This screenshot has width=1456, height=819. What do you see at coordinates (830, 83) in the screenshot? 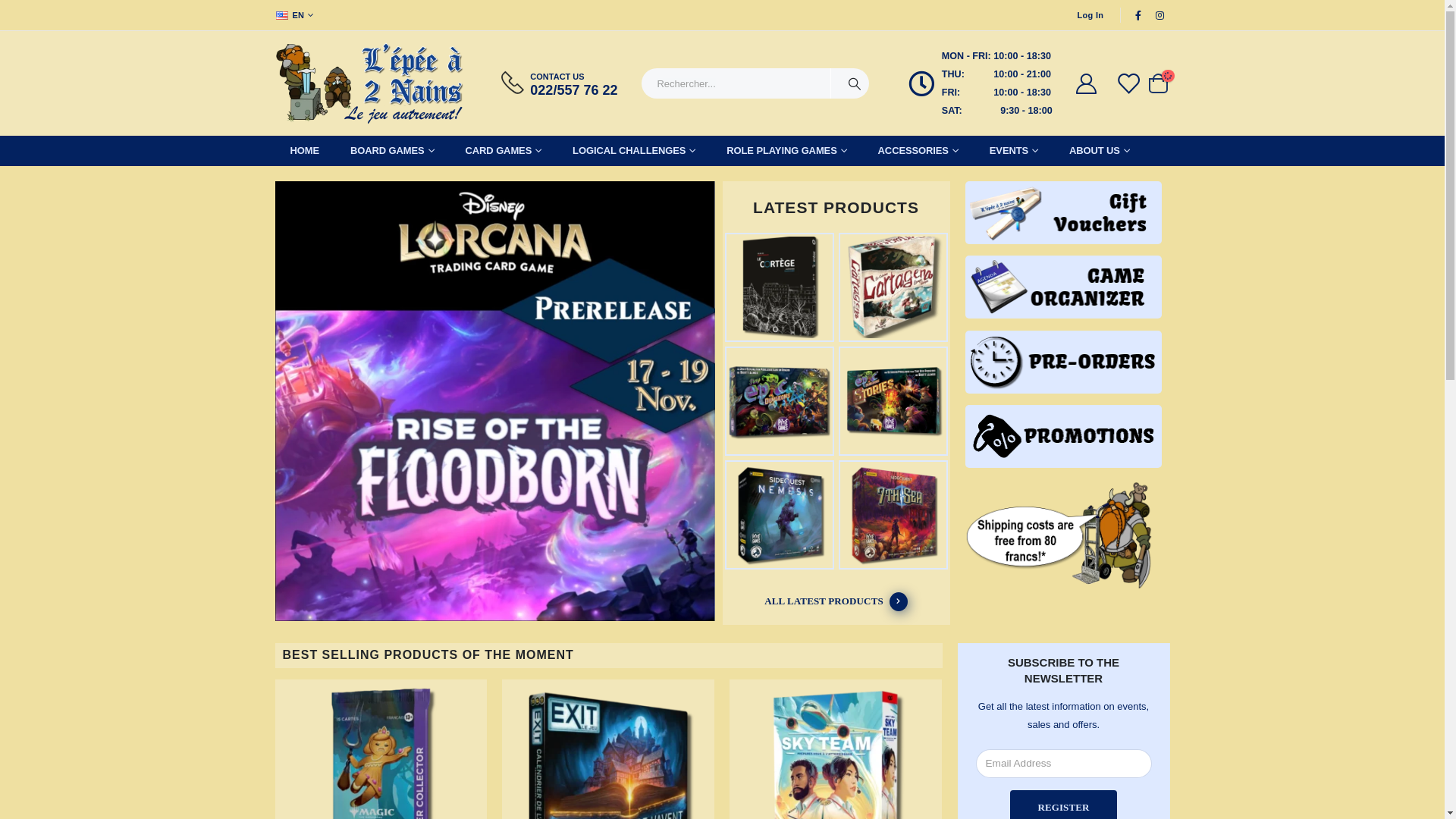
I see `'Search'` at bounding box center [830, 83].